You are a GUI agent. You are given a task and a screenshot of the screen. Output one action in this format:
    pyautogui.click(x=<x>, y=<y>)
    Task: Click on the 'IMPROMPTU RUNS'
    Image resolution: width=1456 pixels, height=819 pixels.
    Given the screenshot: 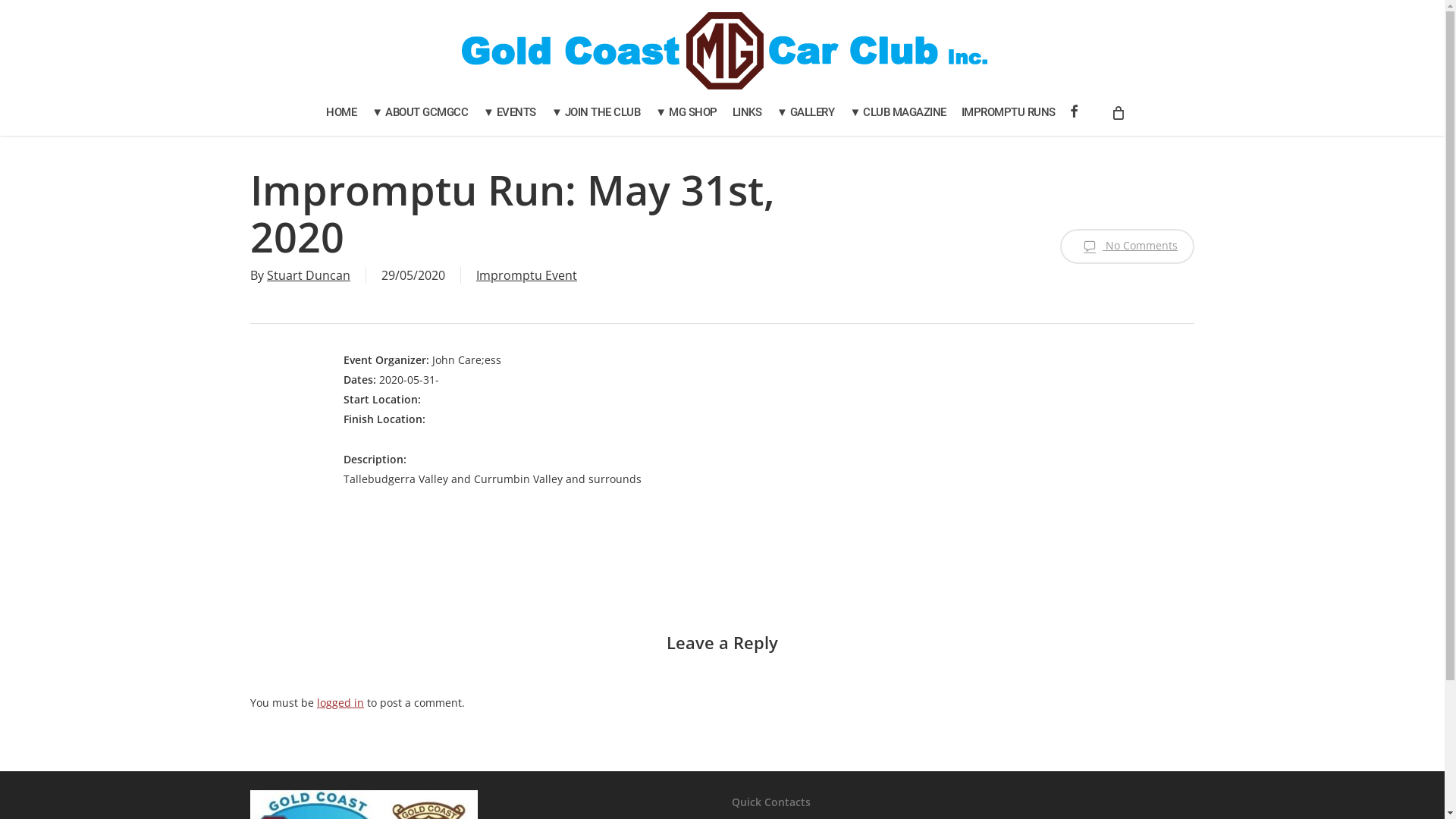 What is the action you would take?
    pyautogui.click(x=1008, y=111)
    